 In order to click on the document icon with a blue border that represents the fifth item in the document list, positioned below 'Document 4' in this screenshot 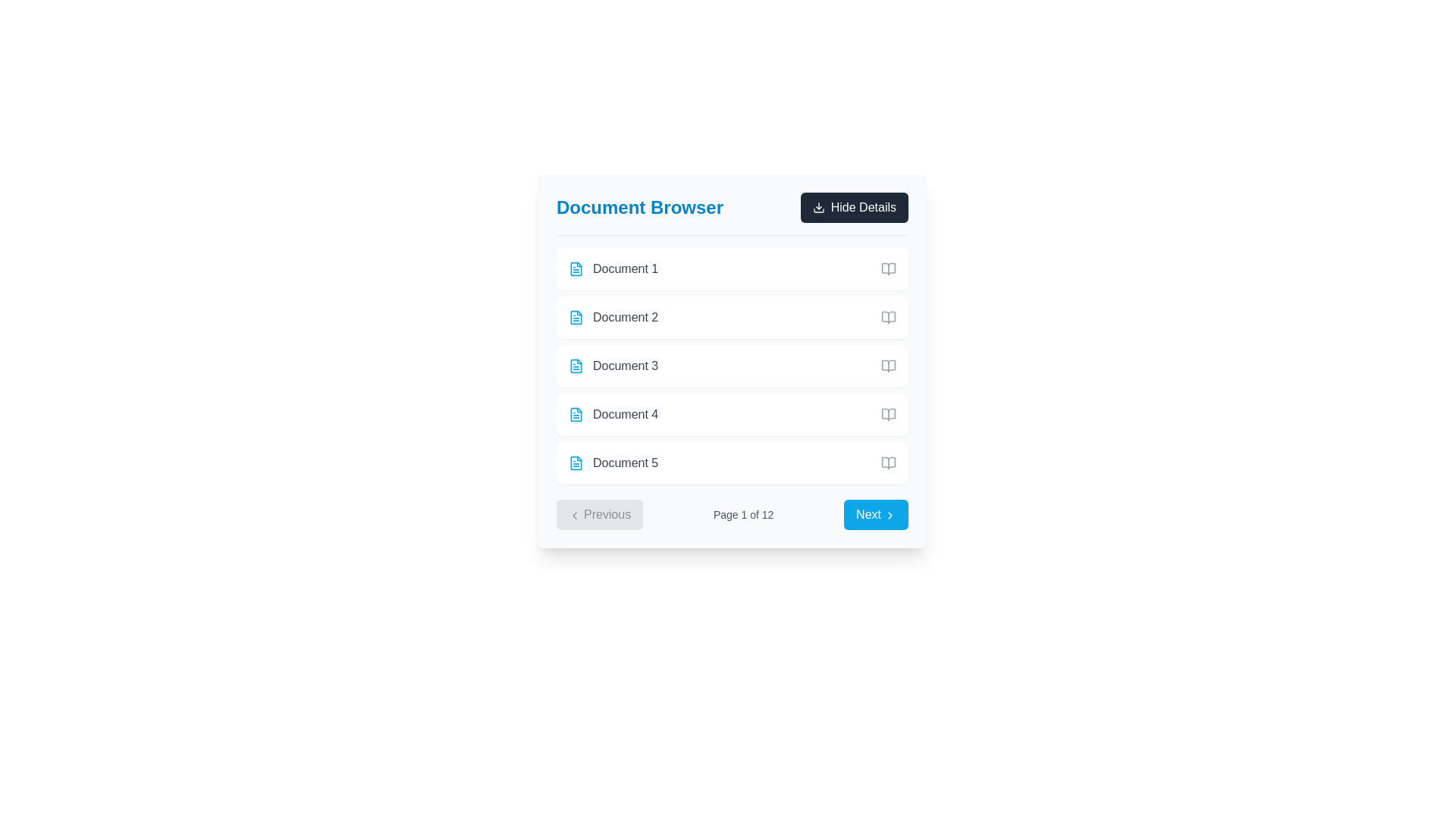, I will do `click(575, 462)`.